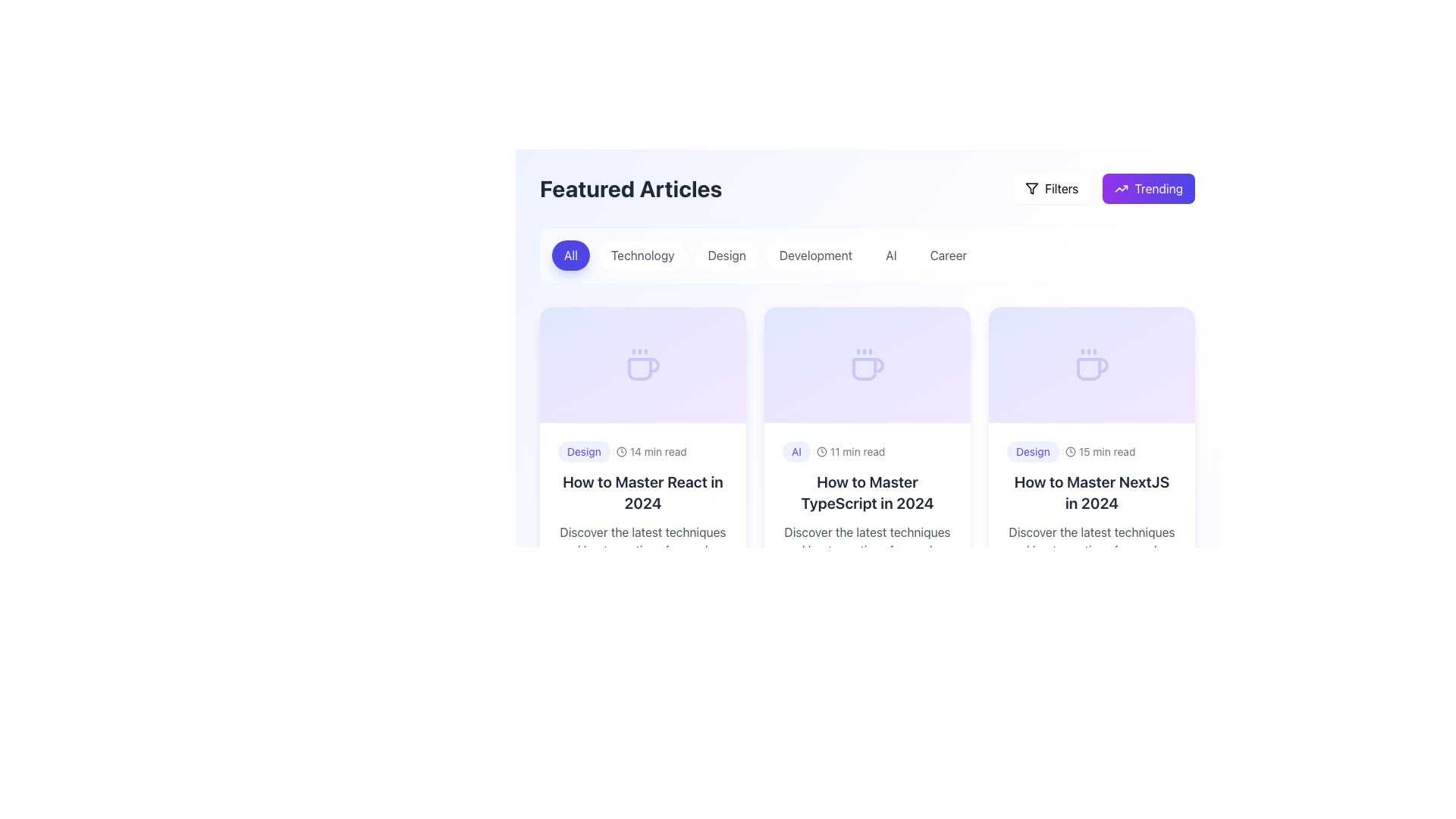 This screenshot has width=1456, height=819. What do you see at coordinates (867, 519) in the screenshot?
I see `displayed information on the Content card located in the 'Featured Articles' section, which provides a preview of an article including title, summary, category, reading time, and engagement statistics` at bounding box center [867, 519].